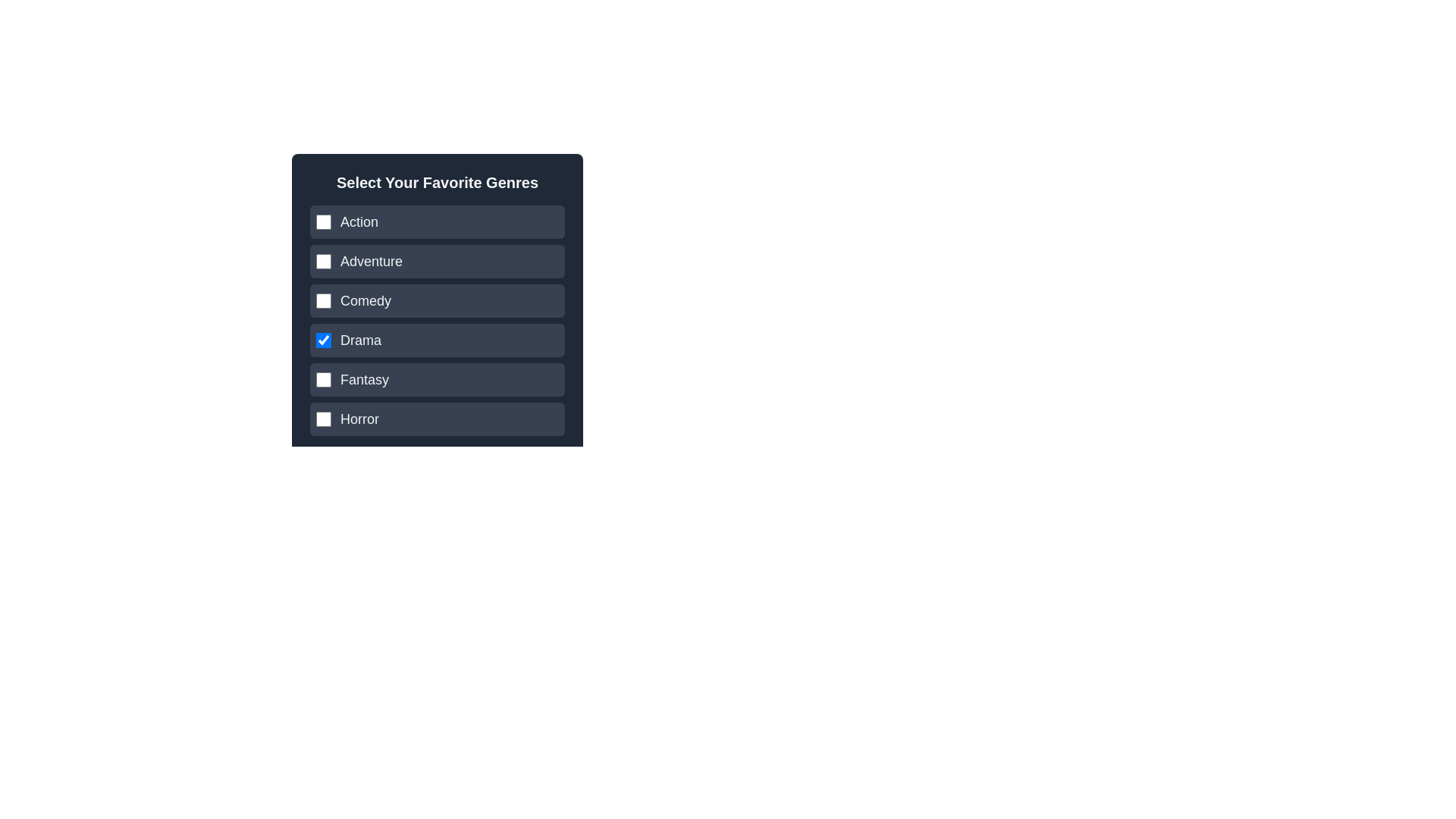 Image resolution: width=1456 pixels, height=819 pixels. Describe the element at coordinates (436, 339) in the screenshot. I see `the checkbox for the 'Drama' genre option` at that location.